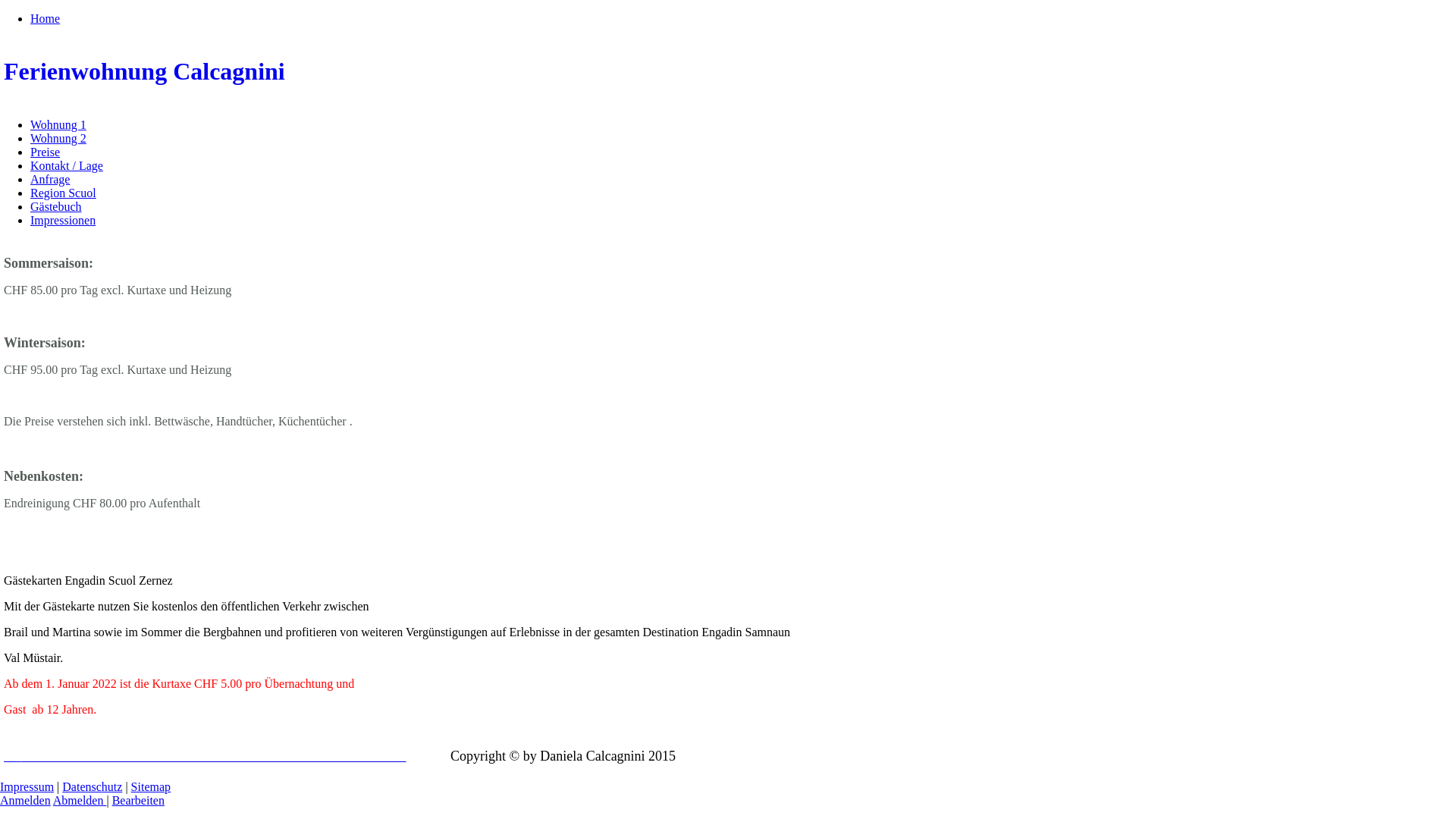 The image size is (1456, 819). Describe the element at coordinates (150, 786) in the screenshot. I see `'Sitemap'` at that location.